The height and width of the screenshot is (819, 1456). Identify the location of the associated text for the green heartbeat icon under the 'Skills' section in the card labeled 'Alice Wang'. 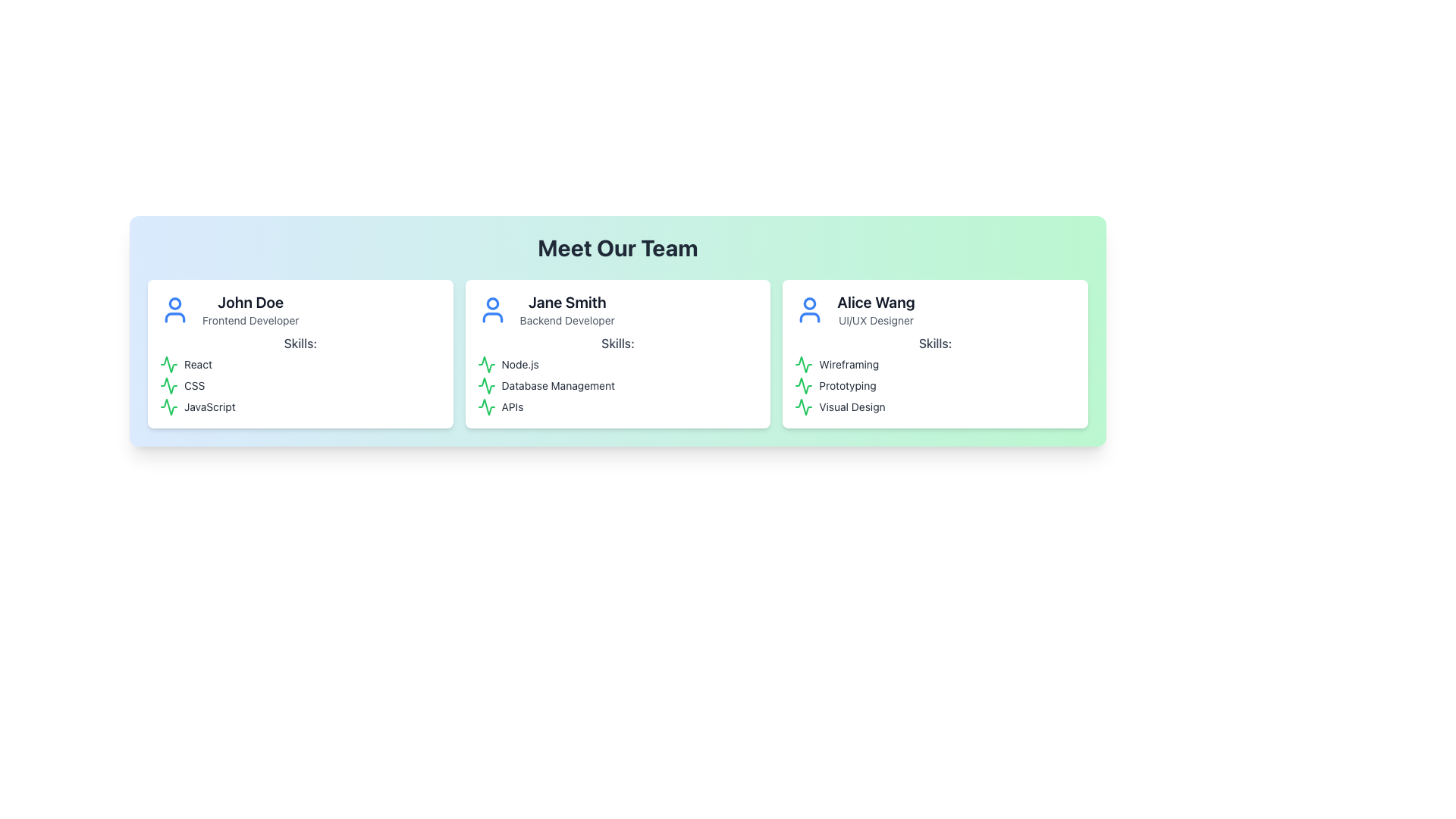
(803, 385).